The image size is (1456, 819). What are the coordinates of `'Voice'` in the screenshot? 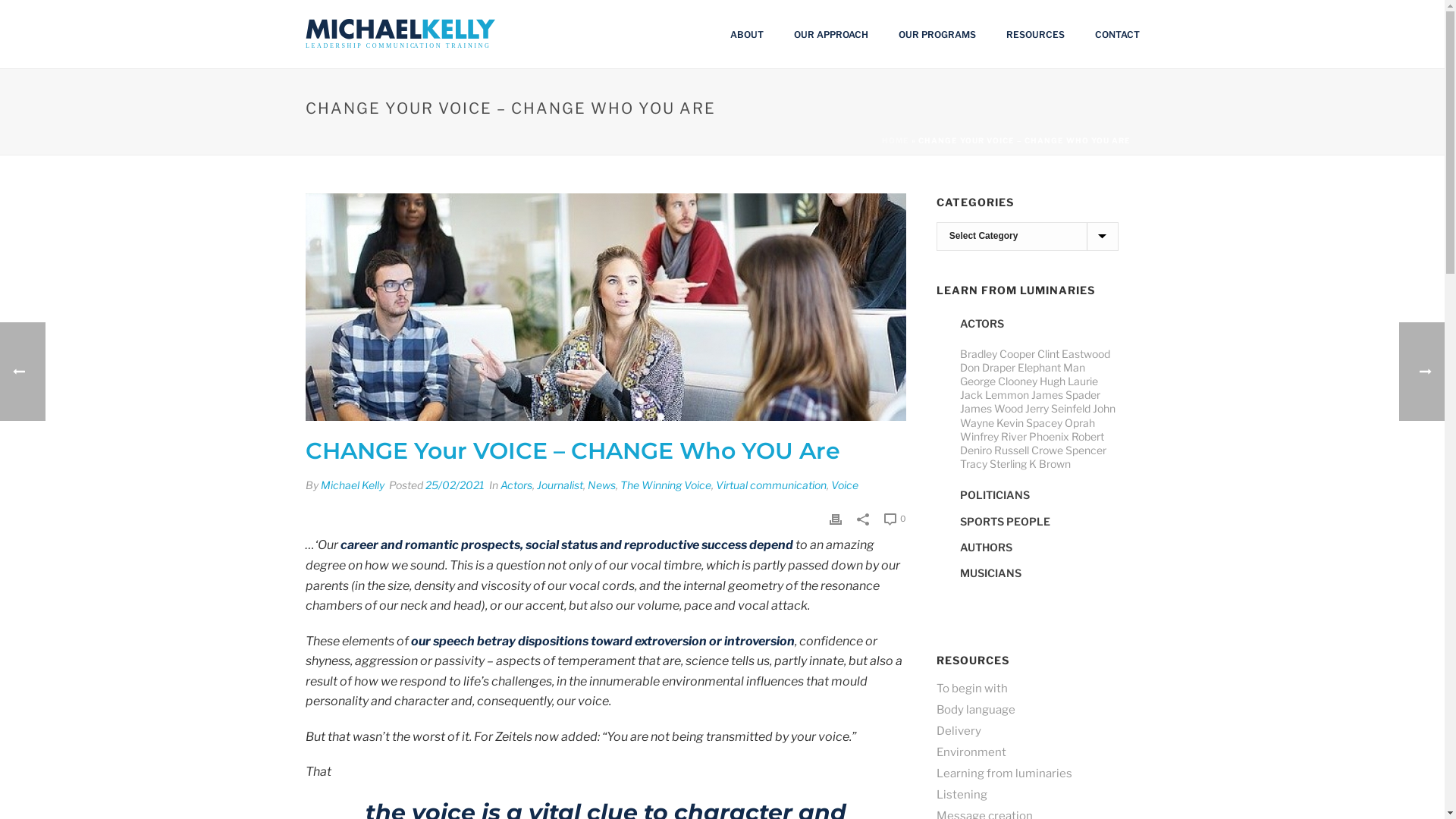 It's located at (843, 485).